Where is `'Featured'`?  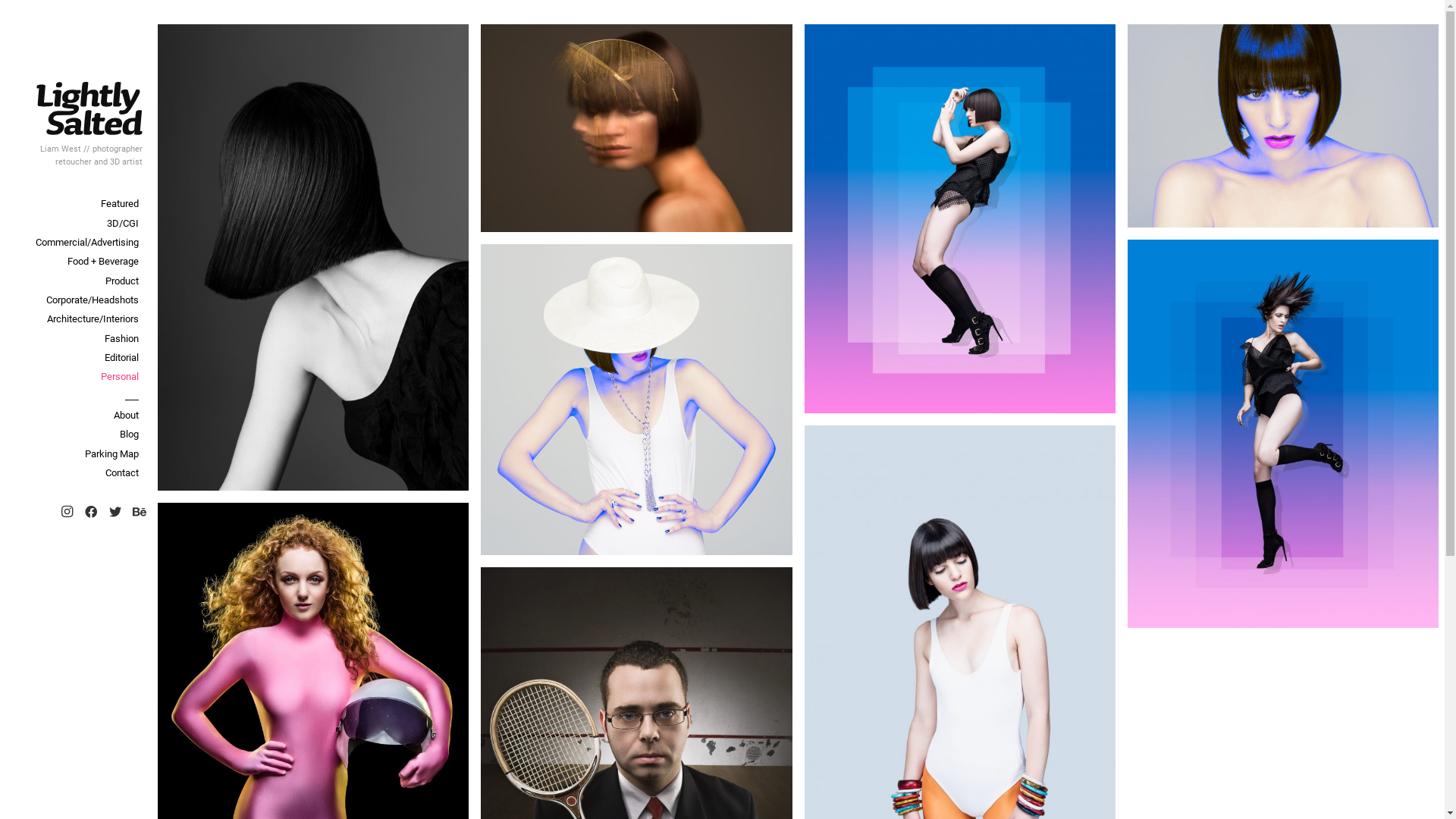
'Featured' is located at coordinates (75, 202).